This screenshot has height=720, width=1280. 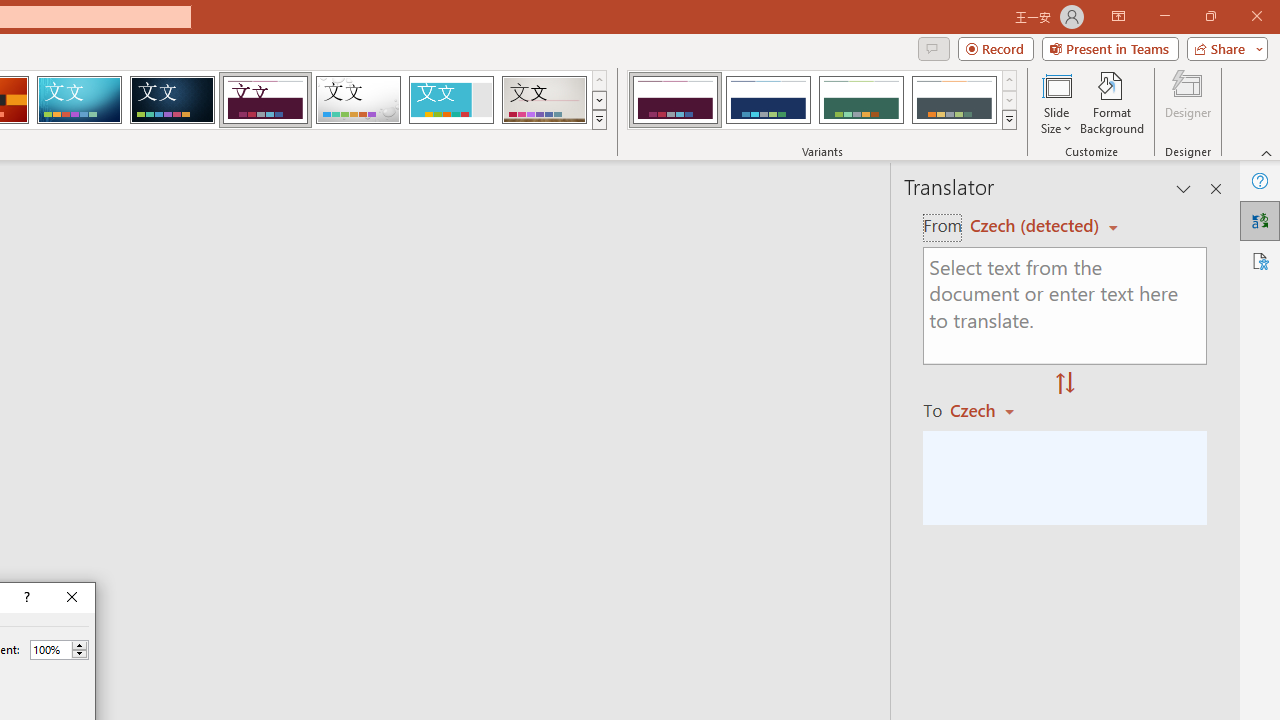 What do you see at coordinates (1111, 103) in the screenshot?
I see `'Format Background'` at bounding box center [1111, 103].